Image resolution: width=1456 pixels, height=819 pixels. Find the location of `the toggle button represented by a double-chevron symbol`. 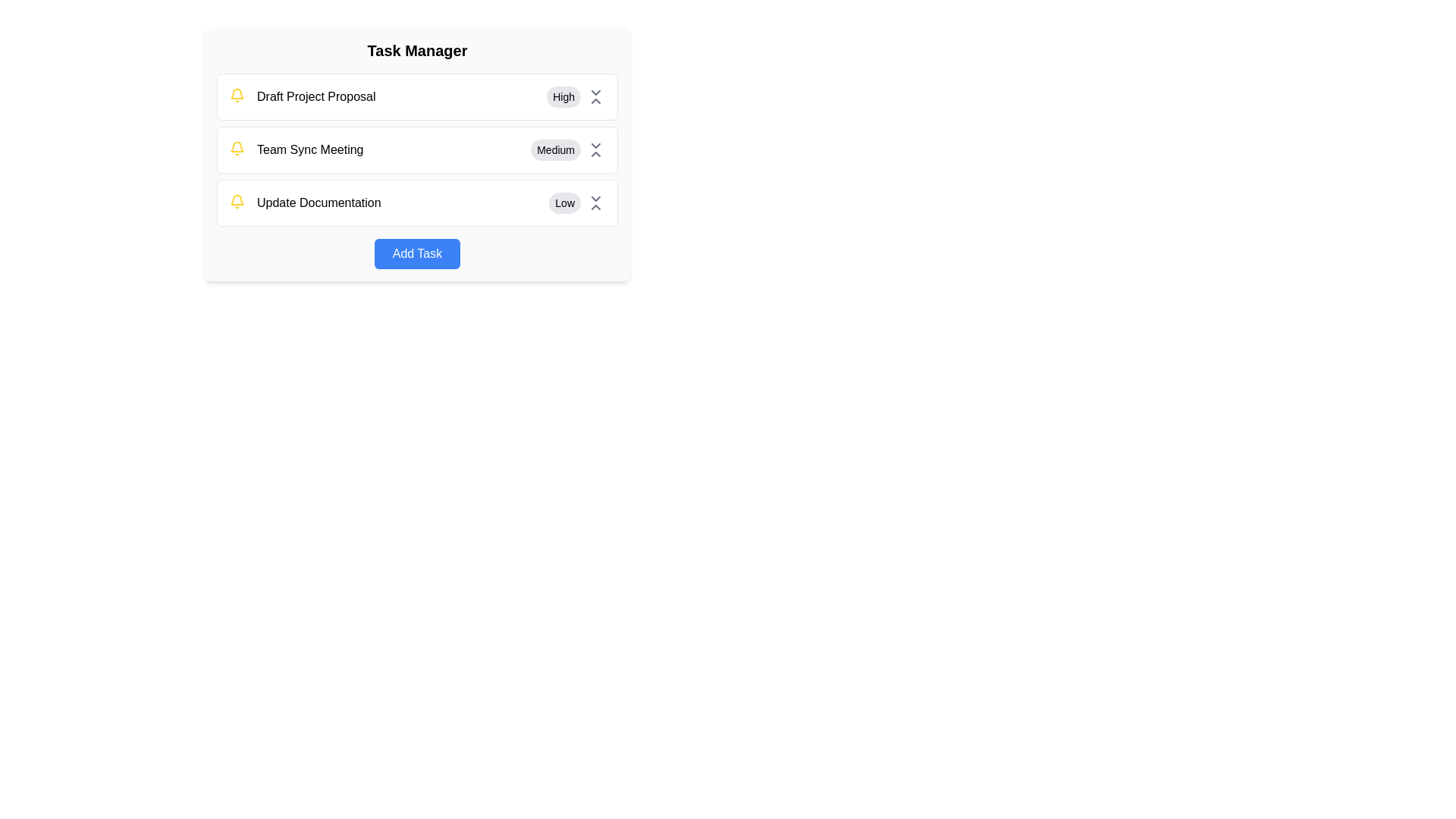

the toggle button represented by a double-chevron symbol is located at coordinates (595, 149).